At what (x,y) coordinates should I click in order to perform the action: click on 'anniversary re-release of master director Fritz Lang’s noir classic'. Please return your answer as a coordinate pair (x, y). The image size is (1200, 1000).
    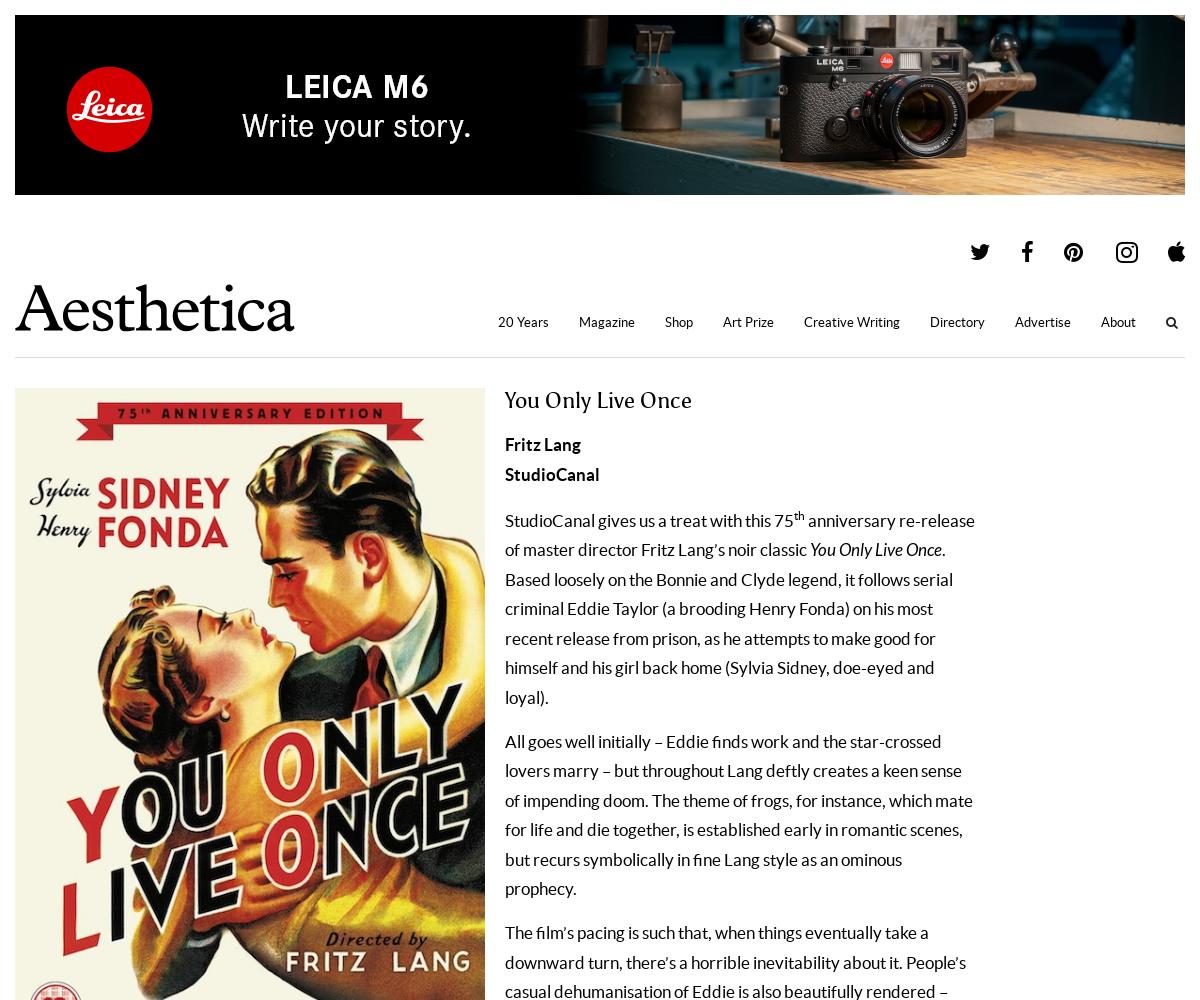
    Looking at the image, I should click on (740, 534).